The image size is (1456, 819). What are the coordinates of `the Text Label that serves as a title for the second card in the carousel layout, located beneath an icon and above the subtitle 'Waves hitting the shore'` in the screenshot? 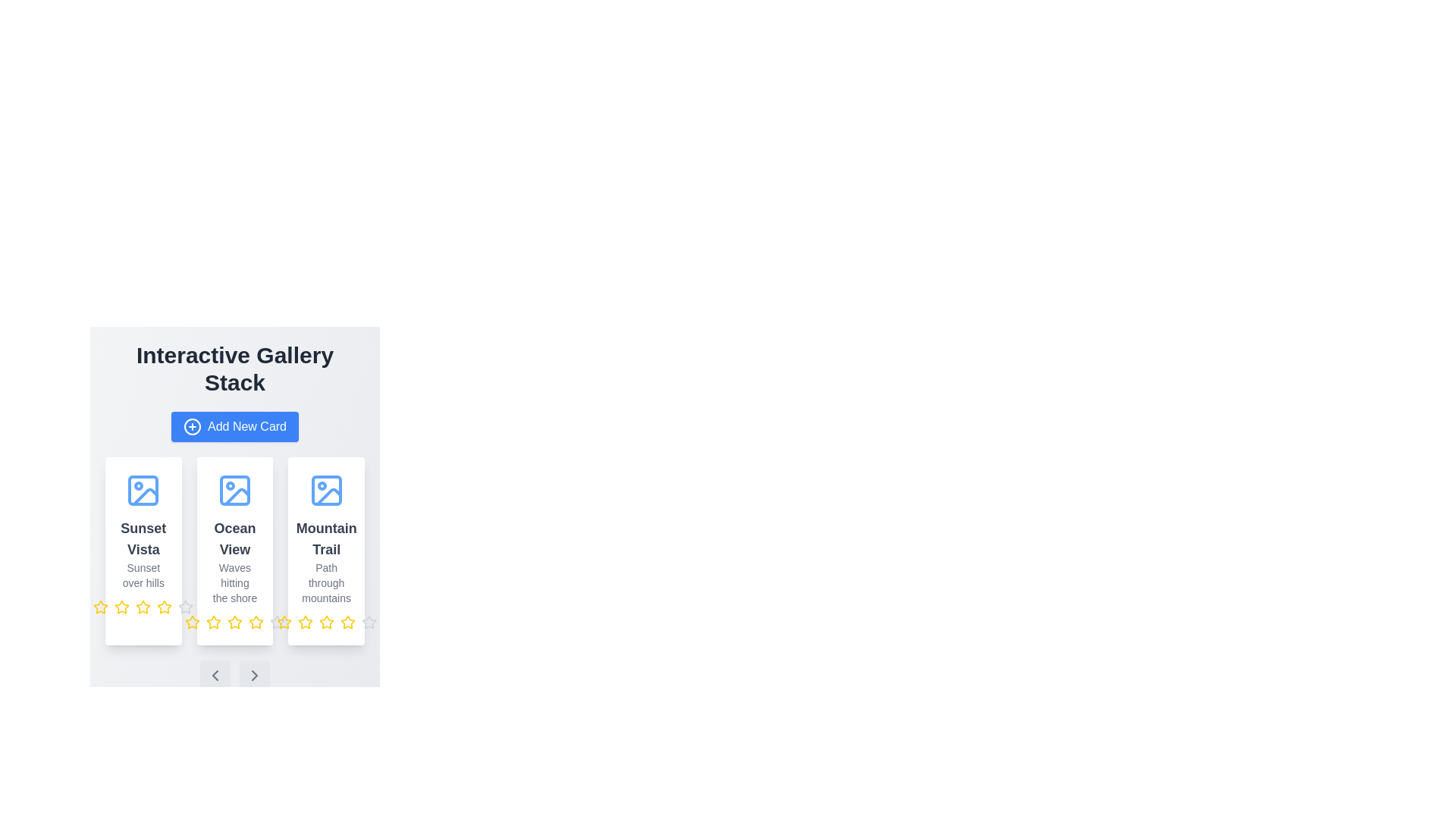 It's located at (234, 538).